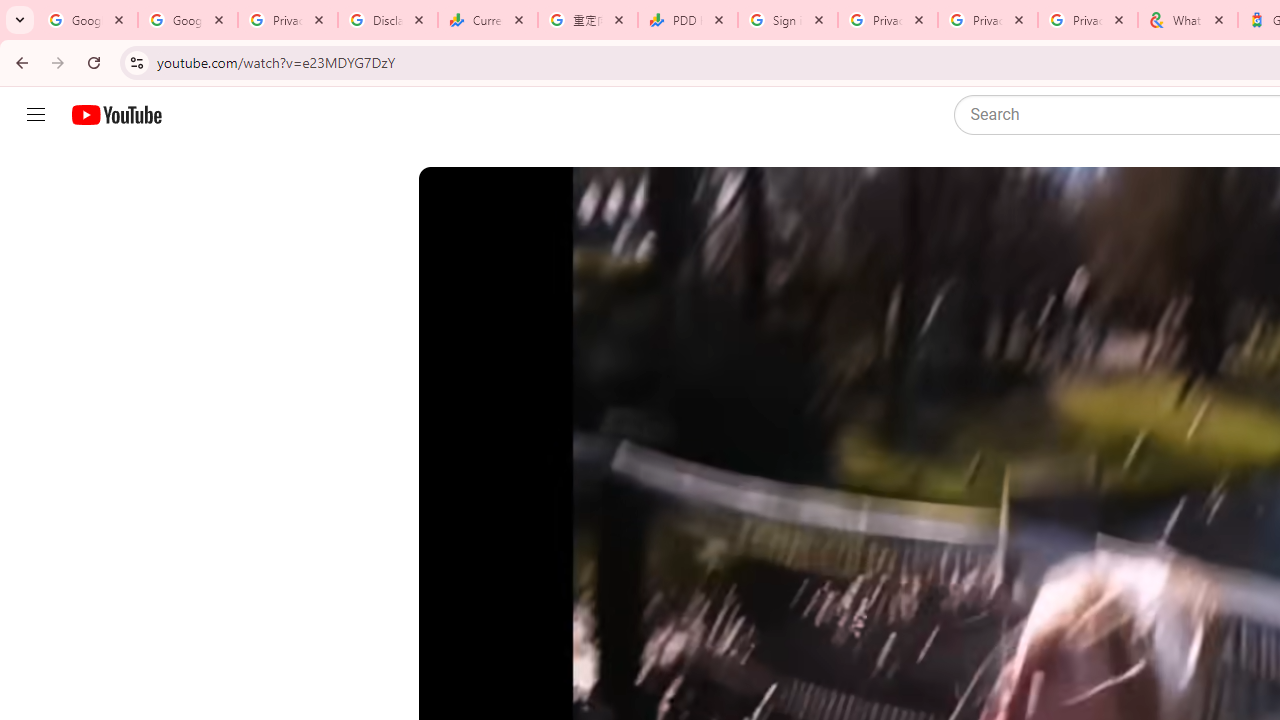 The image size is (1280, 720). Describe the element at coordinates (787, 20) in the screenshot. I see `'Sign in - Google Accounts'` at that location.